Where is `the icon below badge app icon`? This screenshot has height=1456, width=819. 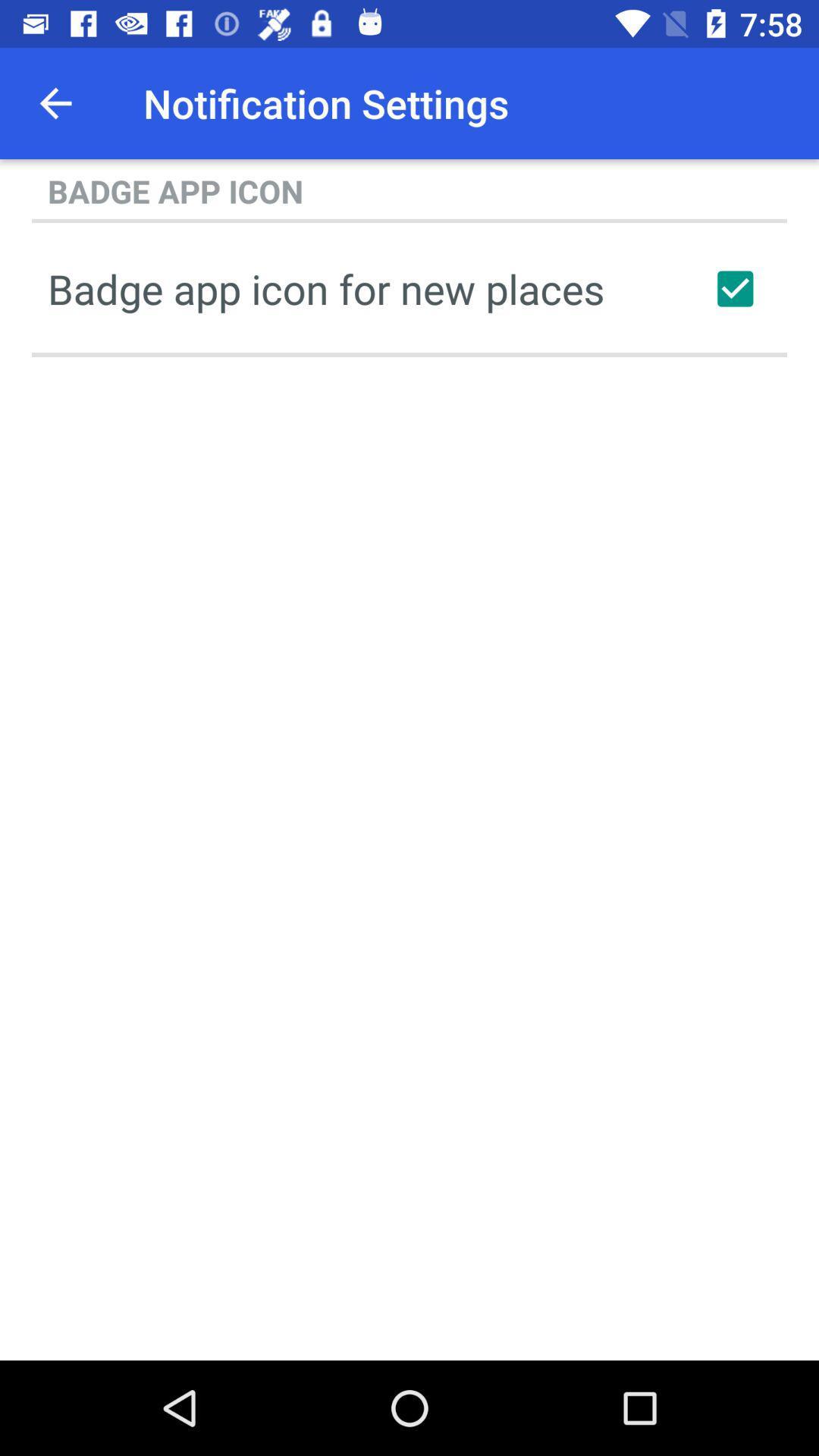 the icon below badge app icon is located at coordinates (734, 288).